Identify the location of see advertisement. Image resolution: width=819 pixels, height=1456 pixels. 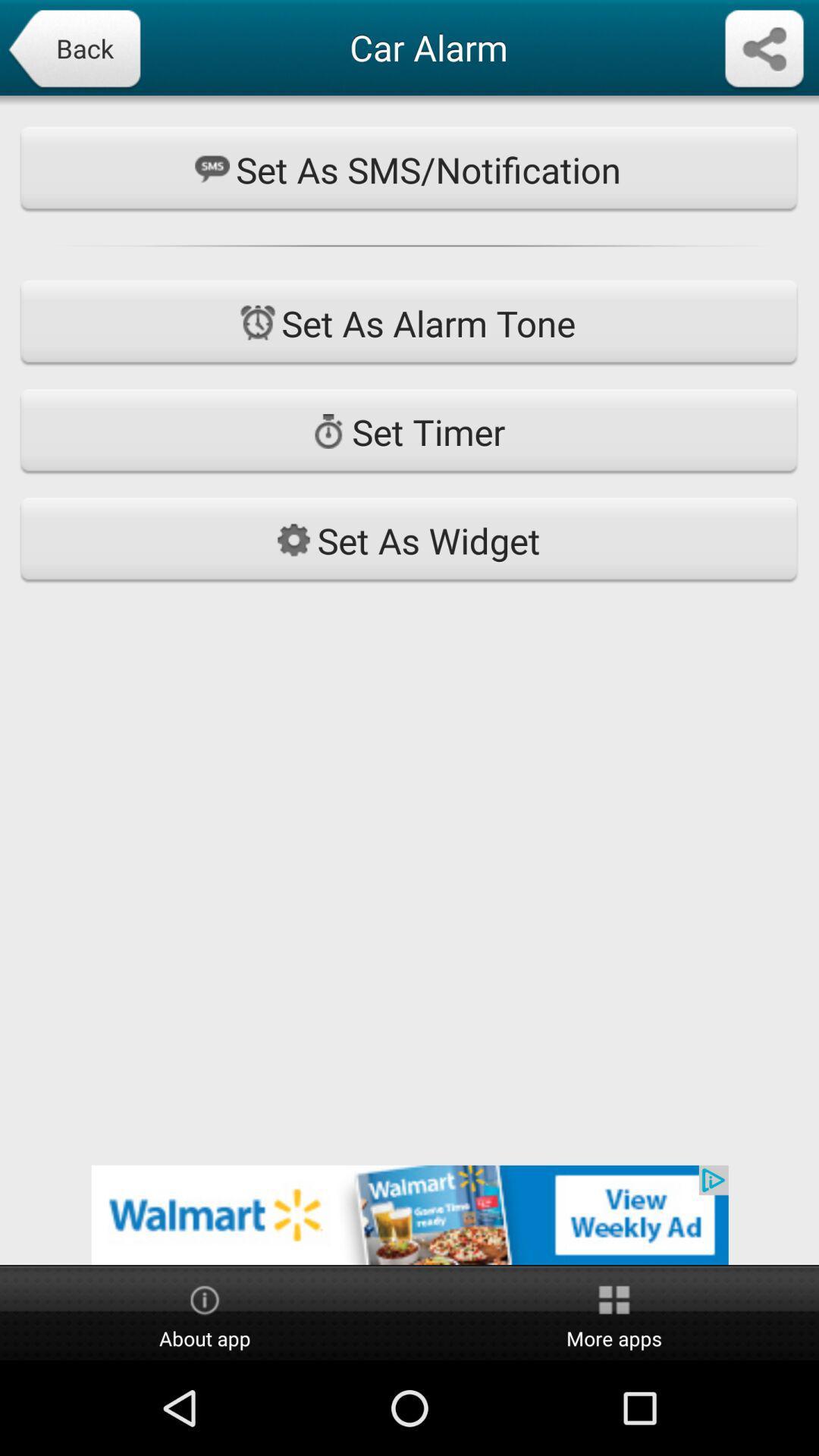
(409, 1215).